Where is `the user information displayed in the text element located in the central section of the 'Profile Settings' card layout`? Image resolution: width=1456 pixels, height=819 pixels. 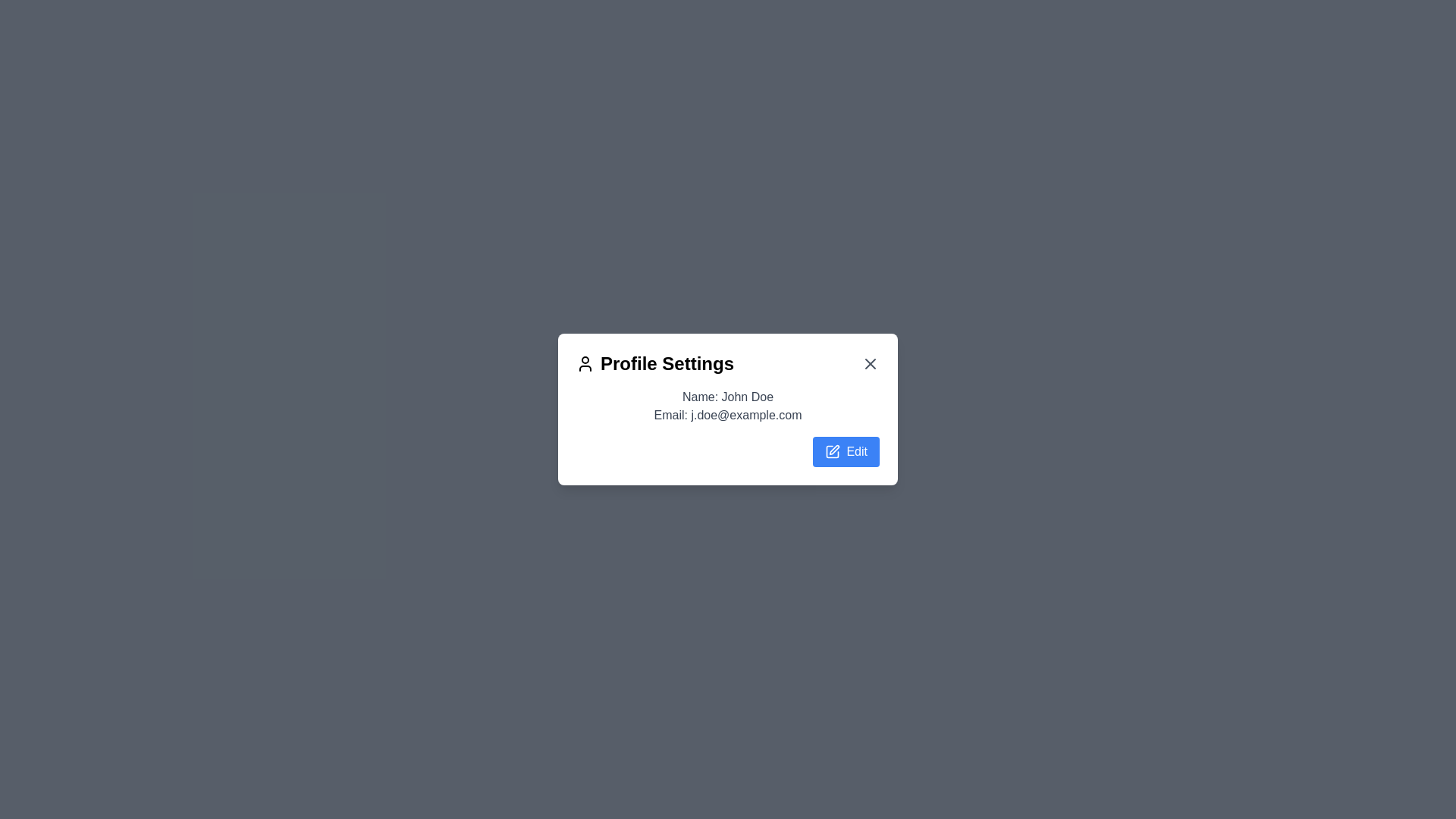
the user information displayed in the text element located in the central section of the 'Profile Settings' card layout is located at coordinates (728, 427).